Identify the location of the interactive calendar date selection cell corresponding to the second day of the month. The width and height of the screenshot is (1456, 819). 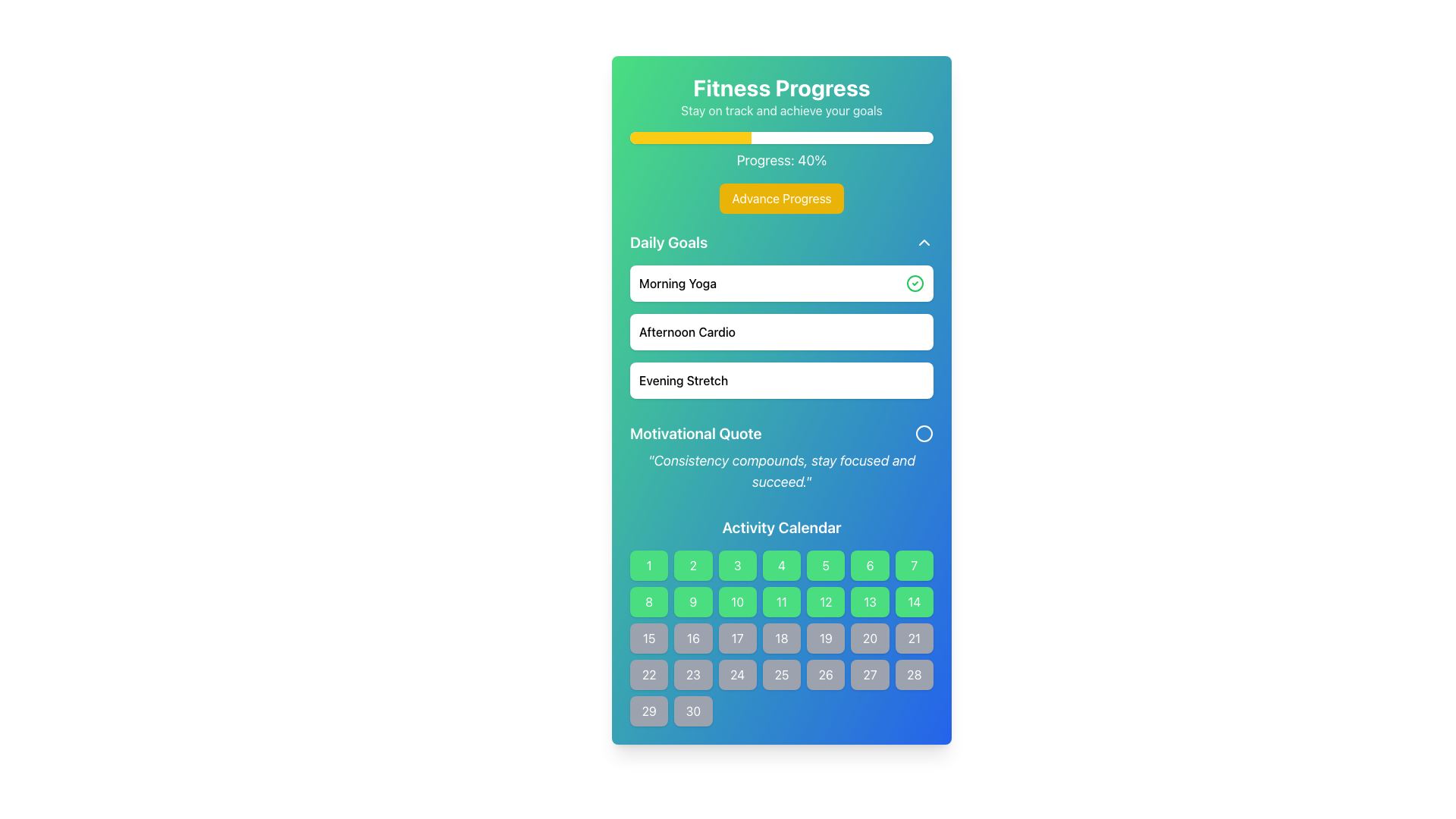
(692, 565).